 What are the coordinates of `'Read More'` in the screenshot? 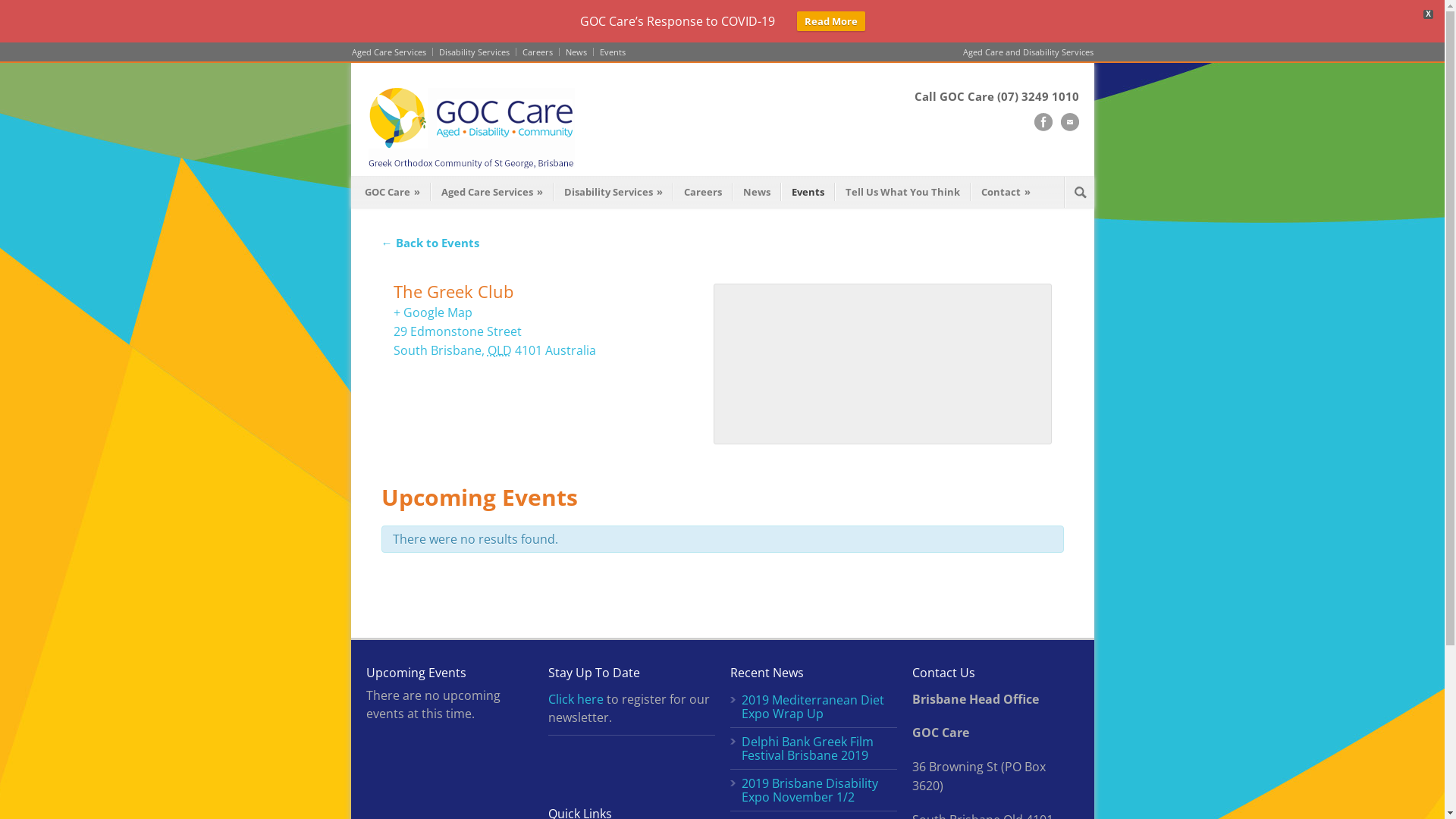 It's located at (795, 20).